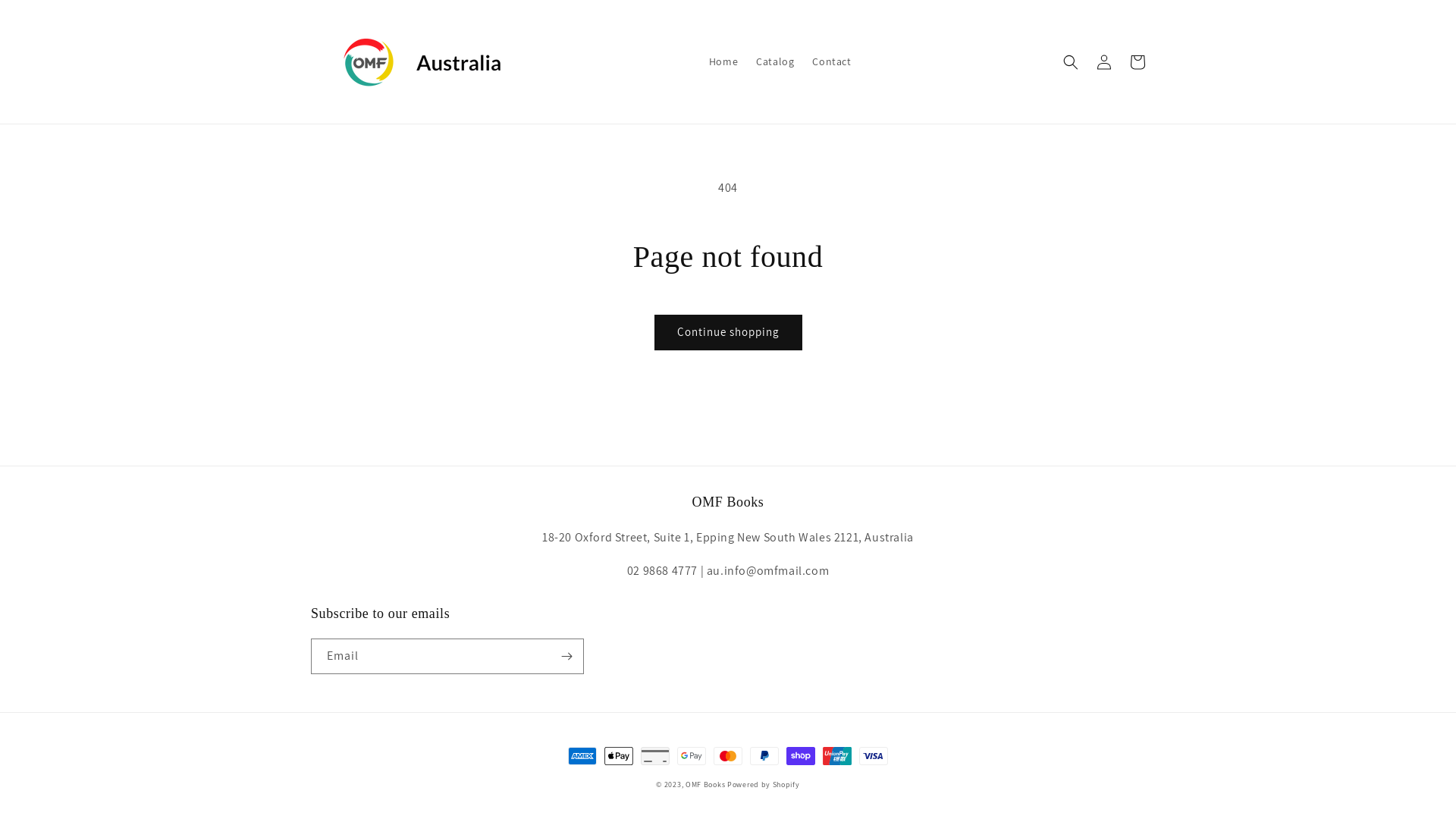  I want to click on 'Home', so click(723, 61).